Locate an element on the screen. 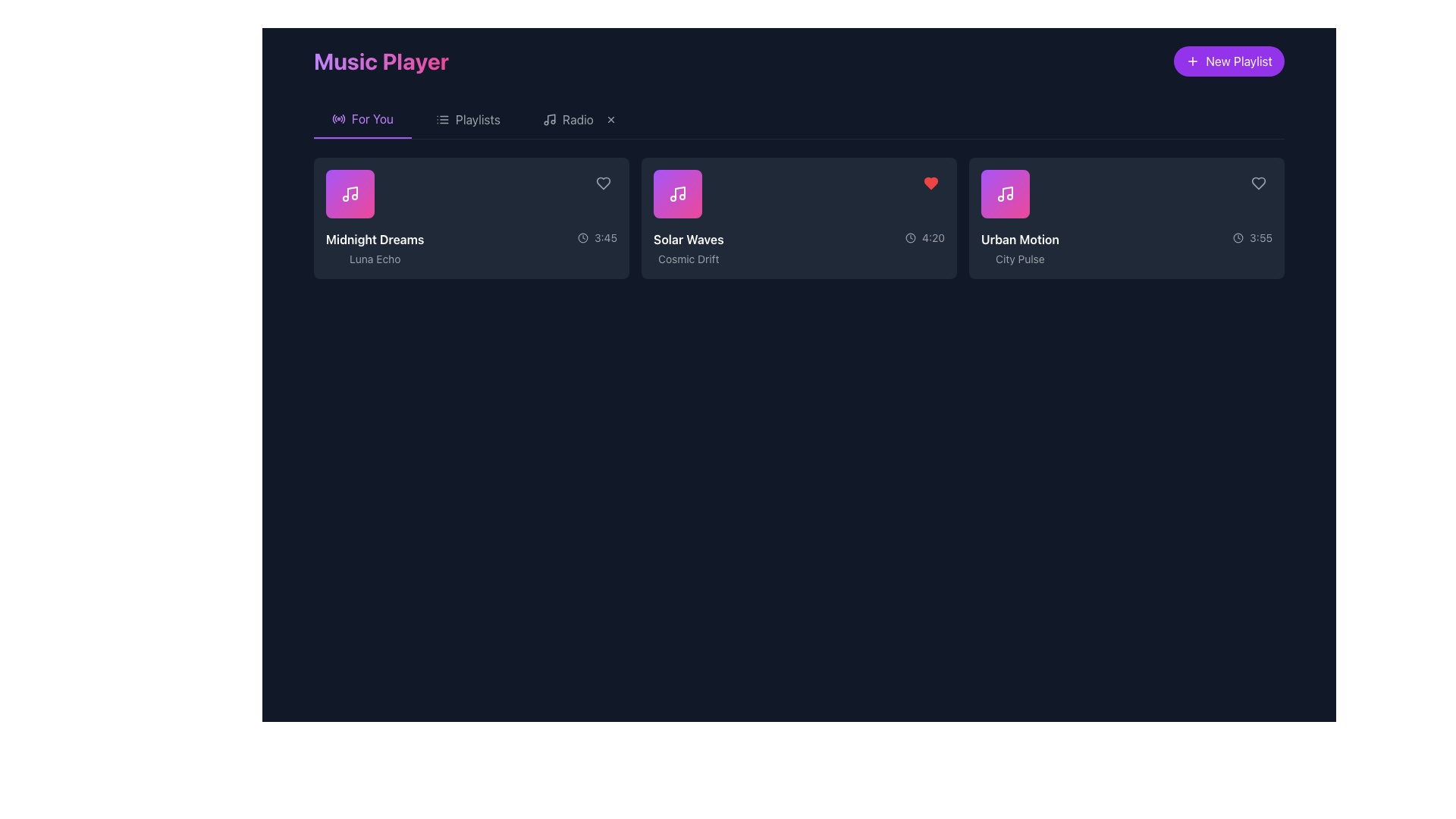 The width and height of the screenshot is (1456, 819). the text label displaying the duration of the song 'Midnight Dreams', located at the bottom-right part of the music item, next to the clock icon is located at coordinates (596, 237).